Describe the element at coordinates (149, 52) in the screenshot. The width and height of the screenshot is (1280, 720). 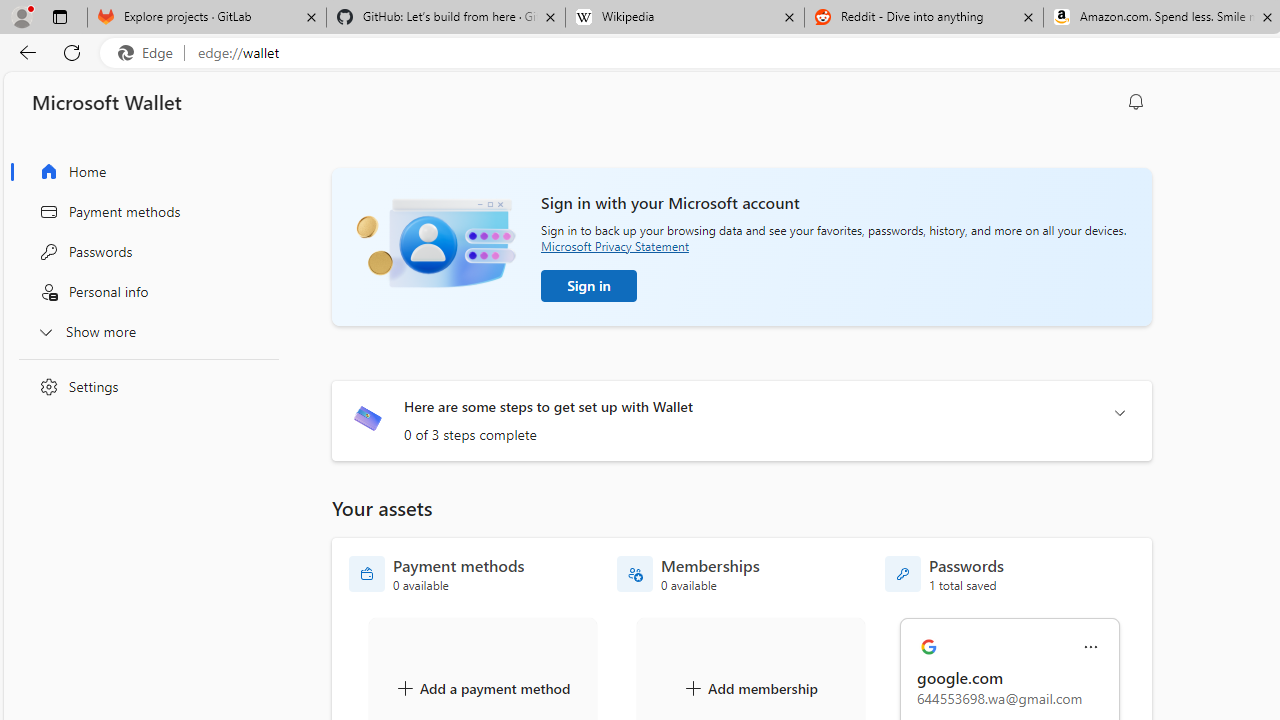
I see `'Edge'` at that location.